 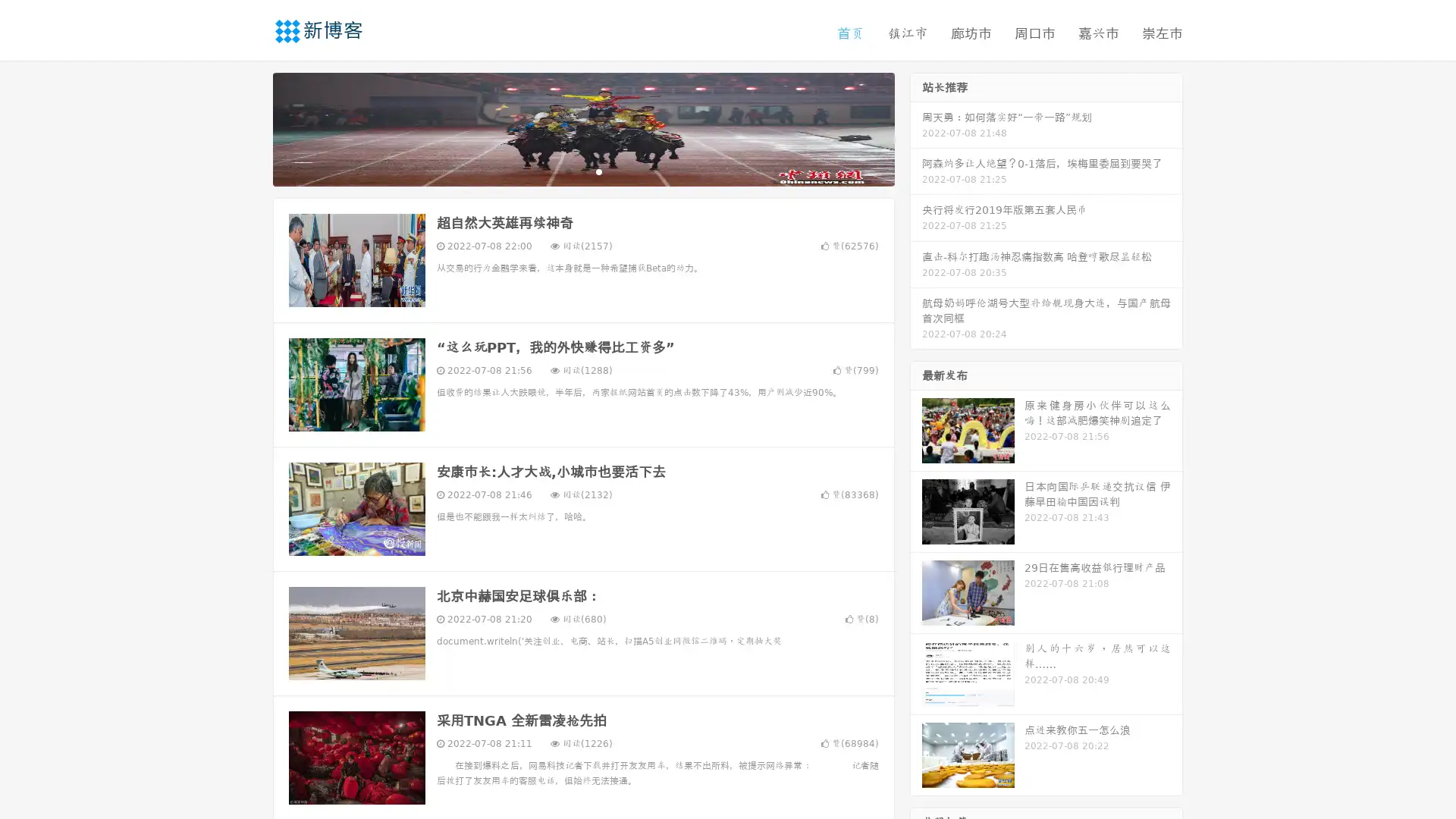 What do you see at coordinates (250, 127) in the screenshot?
I see `Previous slide` at bounding box center [250, 127].